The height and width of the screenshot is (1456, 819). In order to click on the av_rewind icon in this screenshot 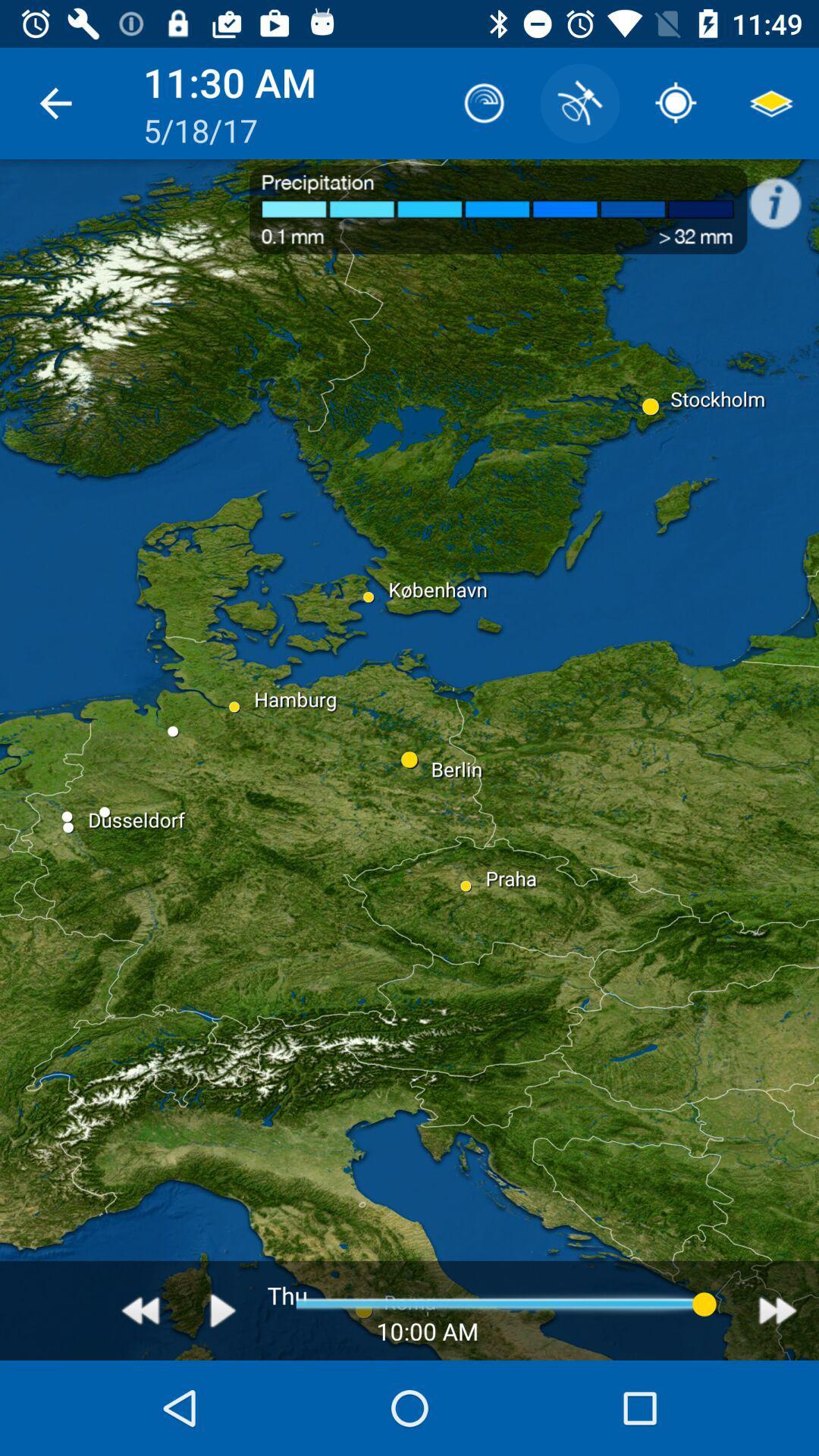, I will do `click(140, 1310)`.